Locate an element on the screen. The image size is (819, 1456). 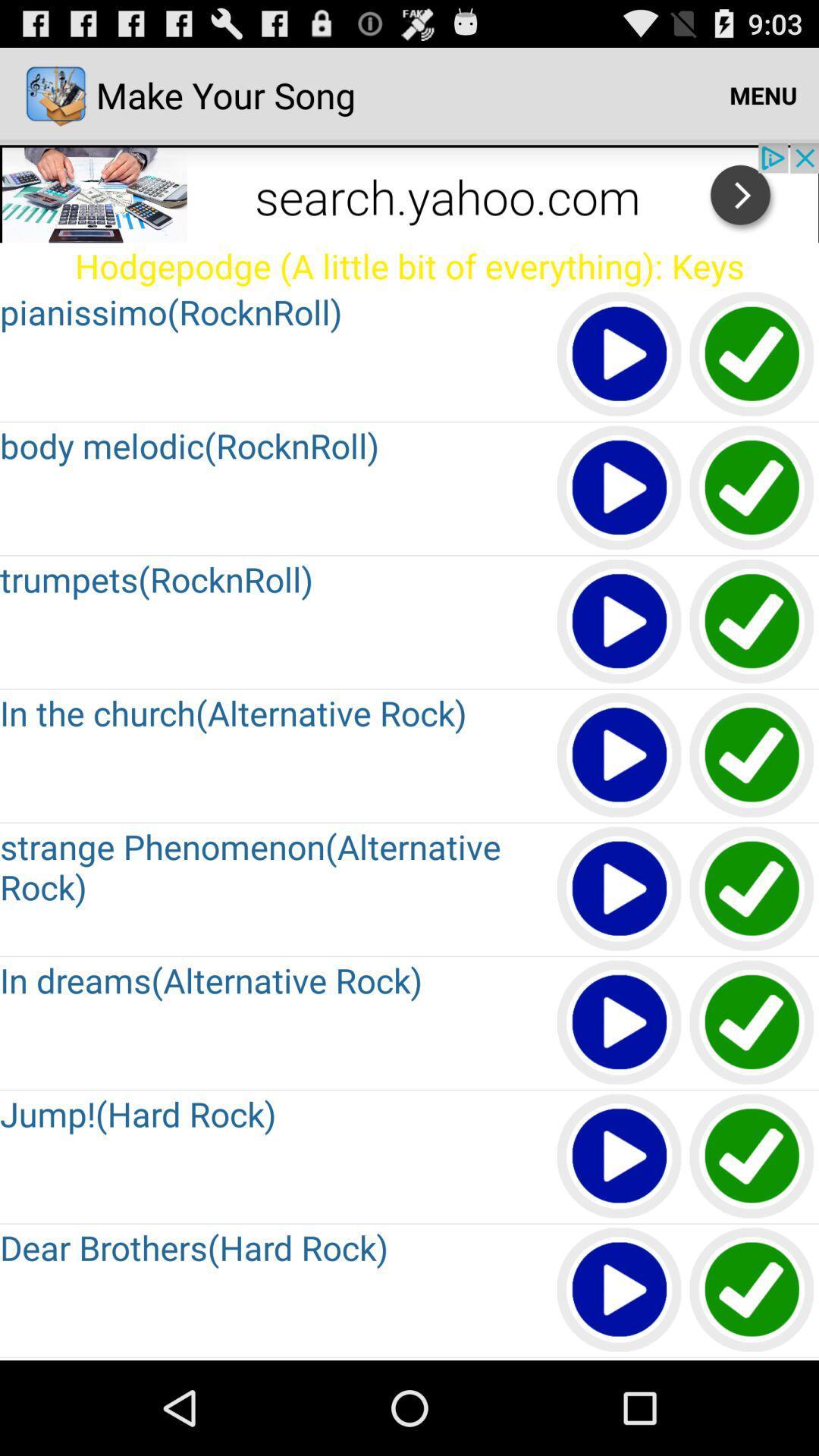
page is located at coordinates (752, 354).